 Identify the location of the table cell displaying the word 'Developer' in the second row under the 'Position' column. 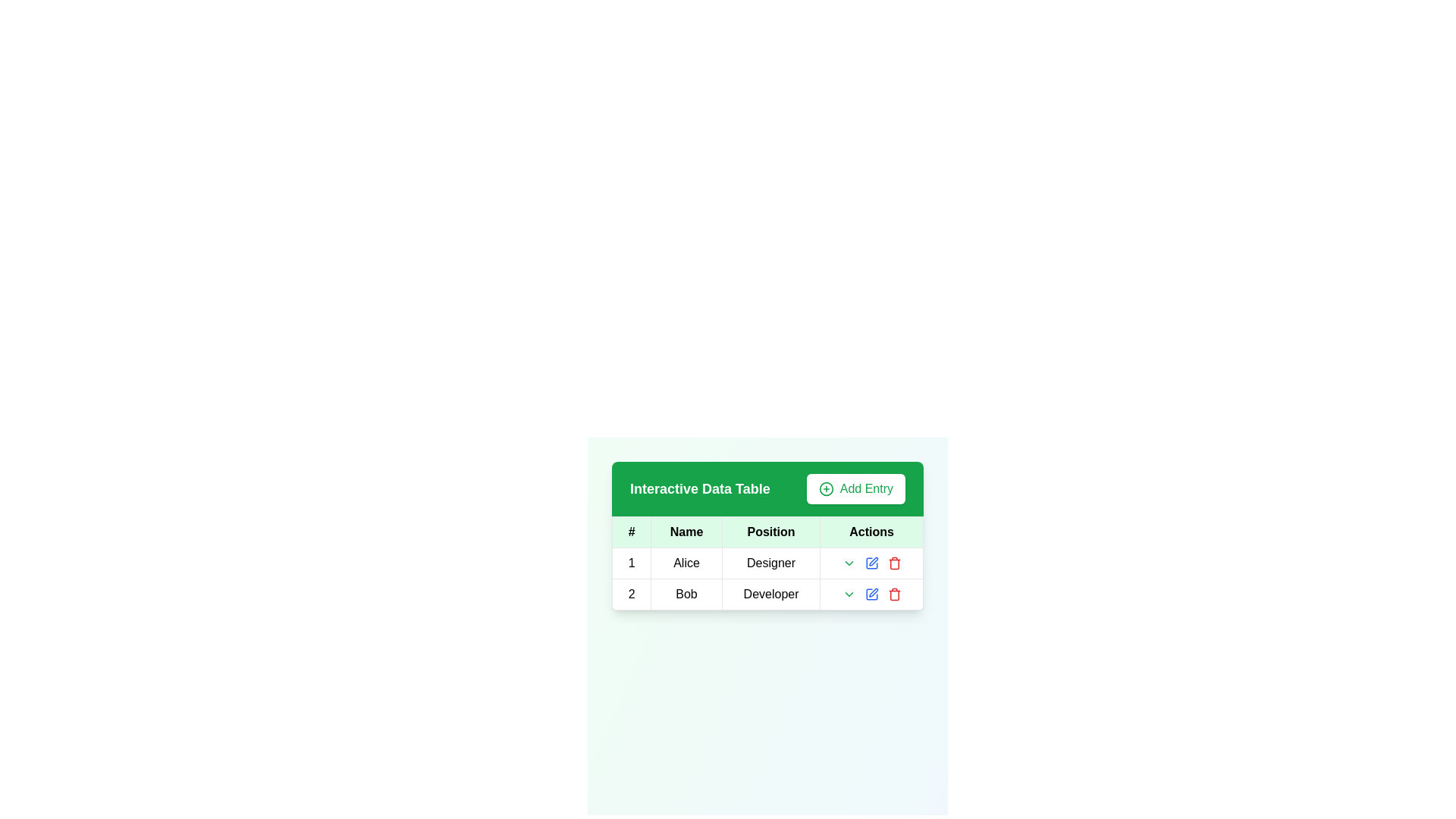
(771, 593).